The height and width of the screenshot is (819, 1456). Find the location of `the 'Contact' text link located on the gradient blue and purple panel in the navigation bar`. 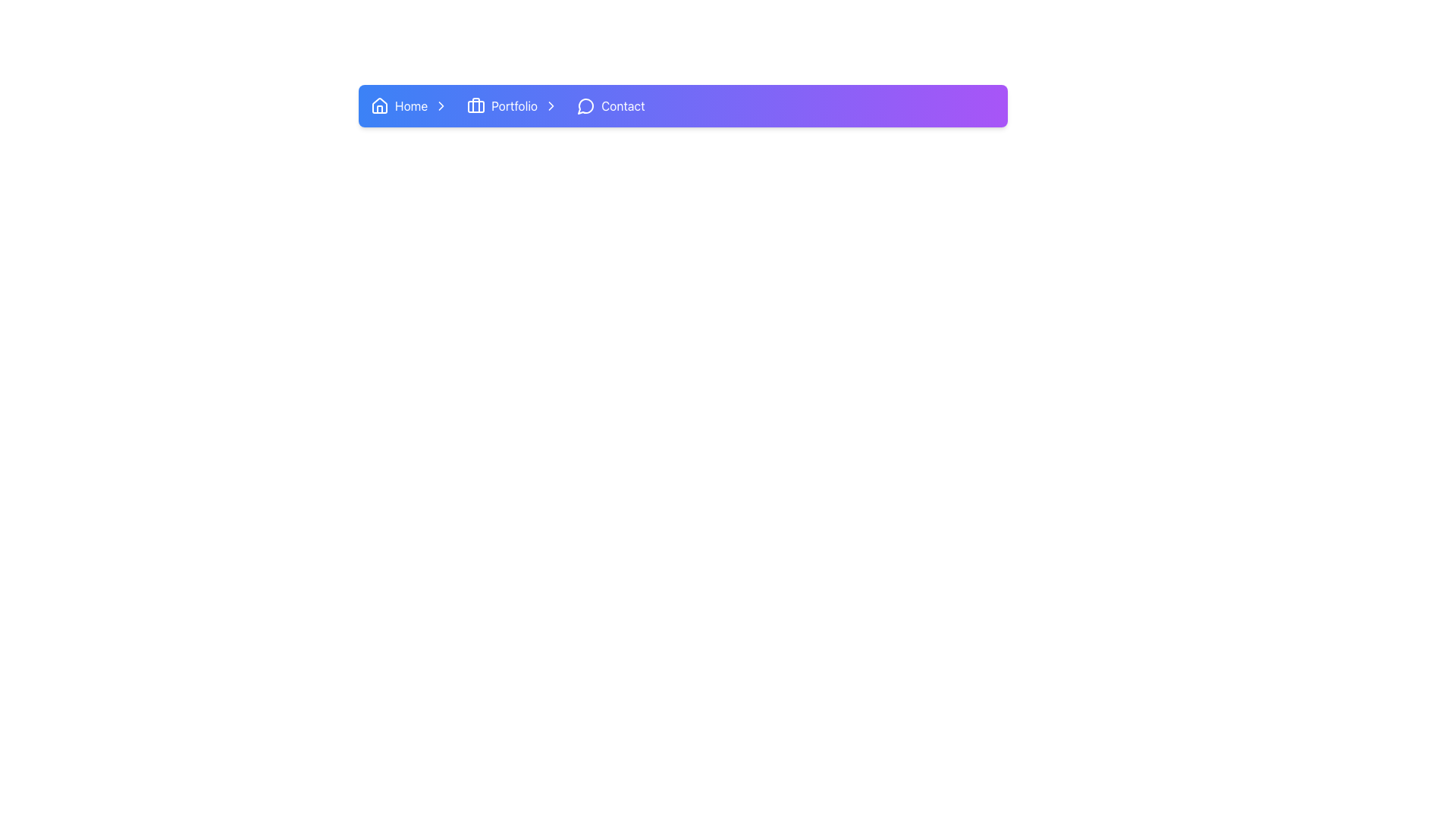

the 'Contact' text link located on the gradient blue and purple panel in the navigation bar is located at coordinates (623, 105).